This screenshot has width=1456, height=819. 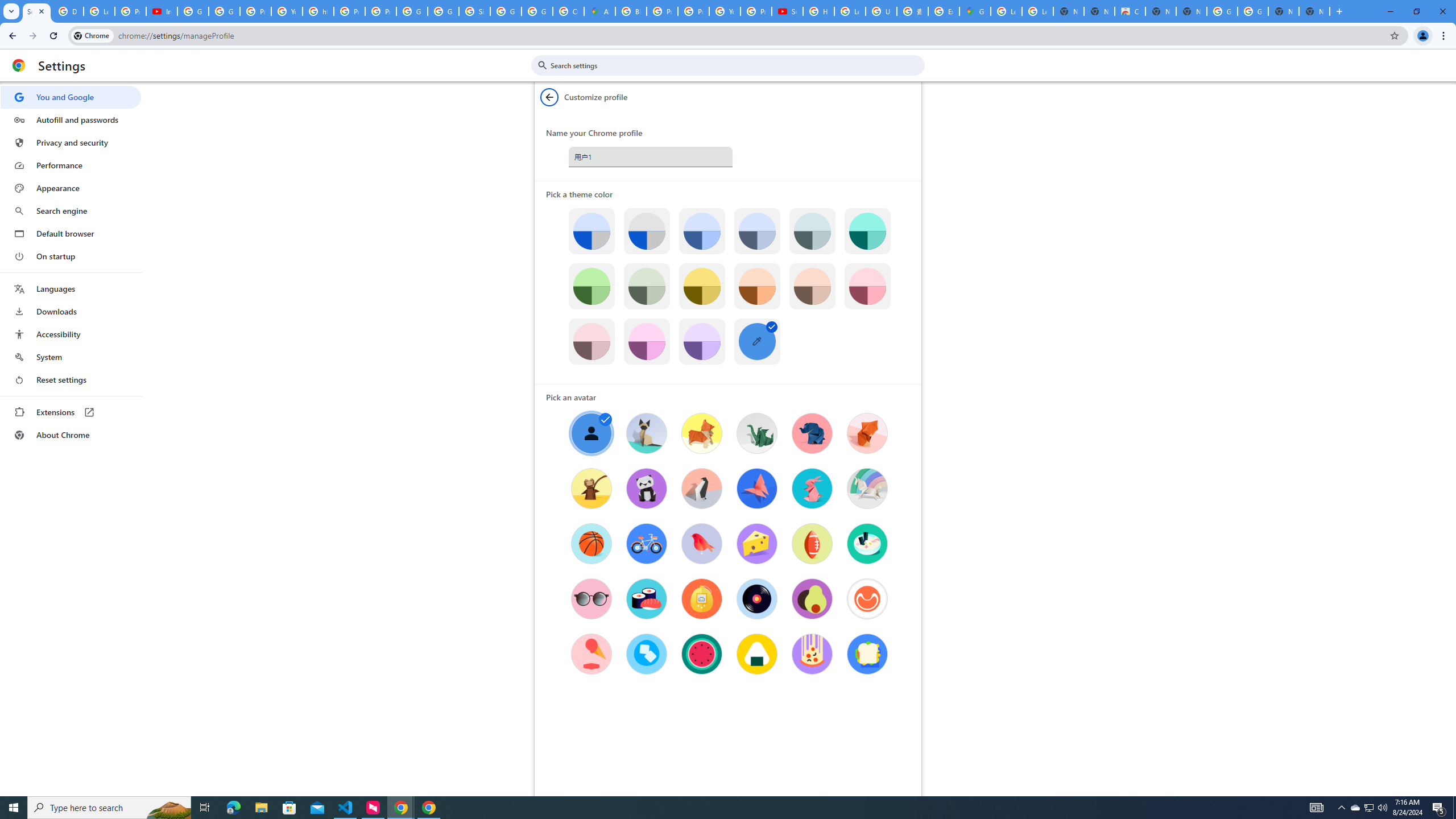 I want to click on 'About Chrome', so click(x=70, y=434).